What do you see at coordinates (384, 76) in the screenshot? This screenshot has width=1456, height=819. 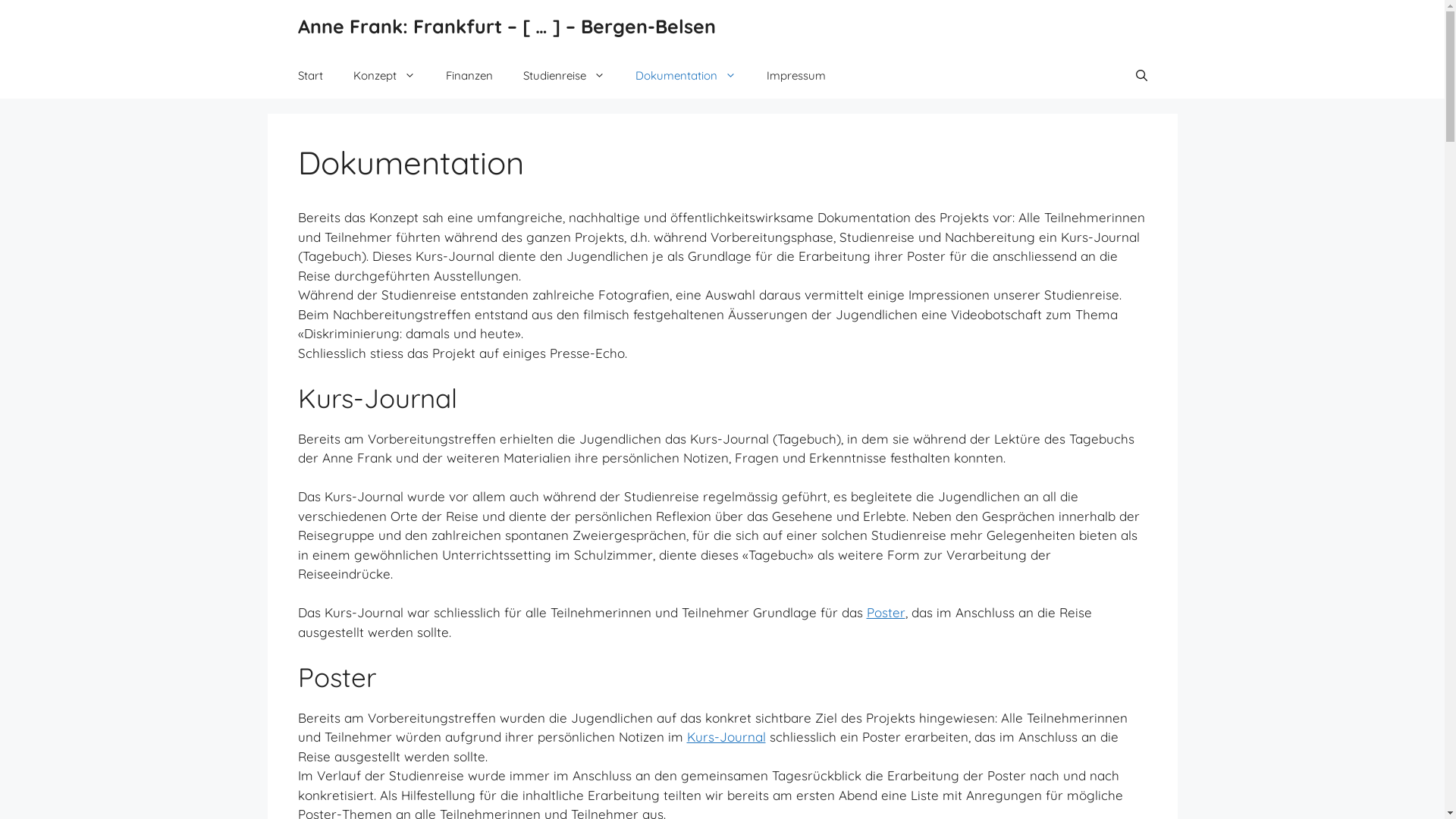 I see `'Konzept'` at bounding box center [384, 76].